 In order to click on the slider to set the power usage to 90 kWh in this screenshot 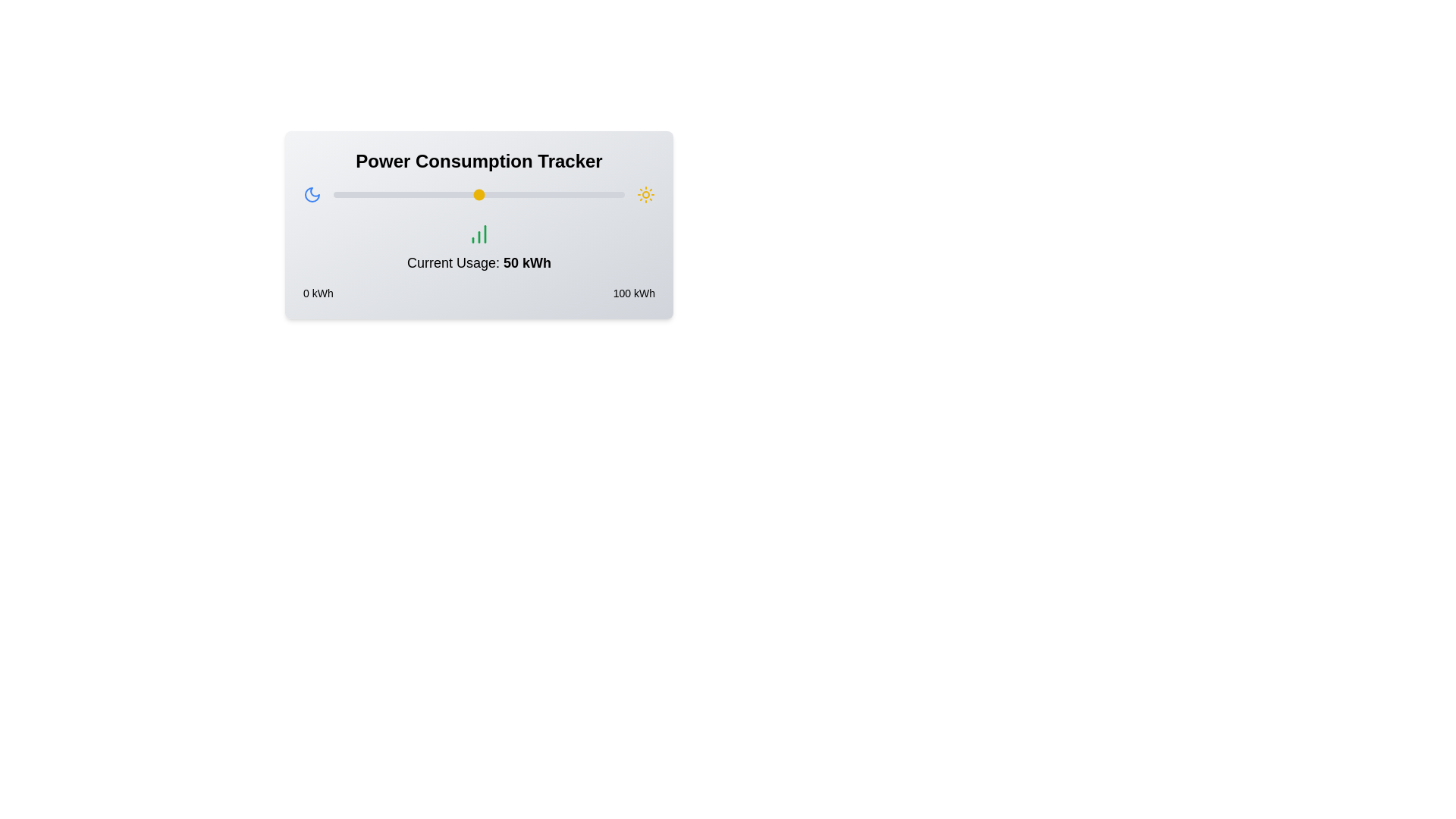, I will do `click(595, 194)`.